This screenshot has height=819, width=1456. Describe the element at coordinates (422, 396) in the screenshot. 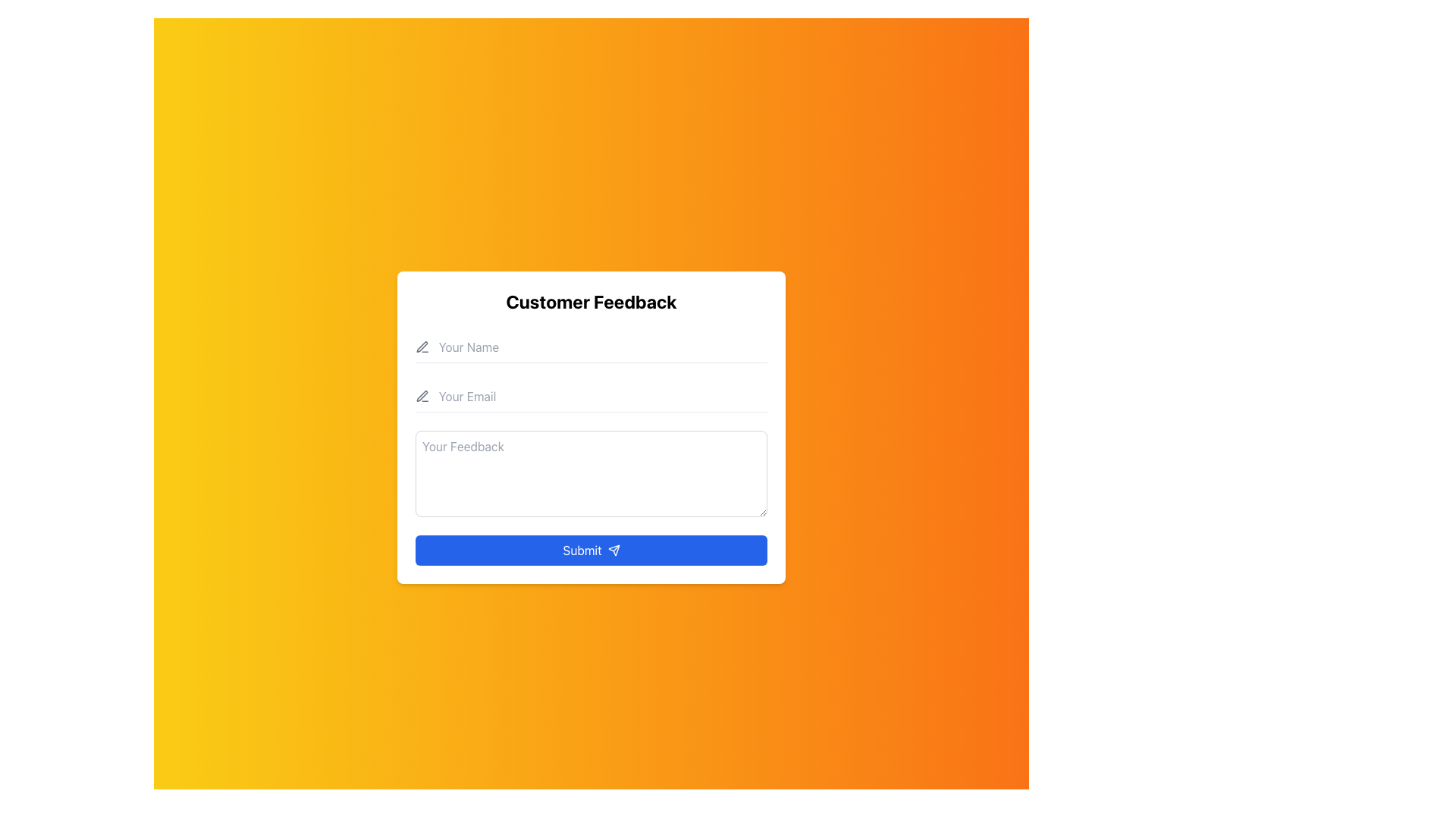

I see `the small pencil icon with a gray outline located to the left of the 'Your Email' text field` at that location.